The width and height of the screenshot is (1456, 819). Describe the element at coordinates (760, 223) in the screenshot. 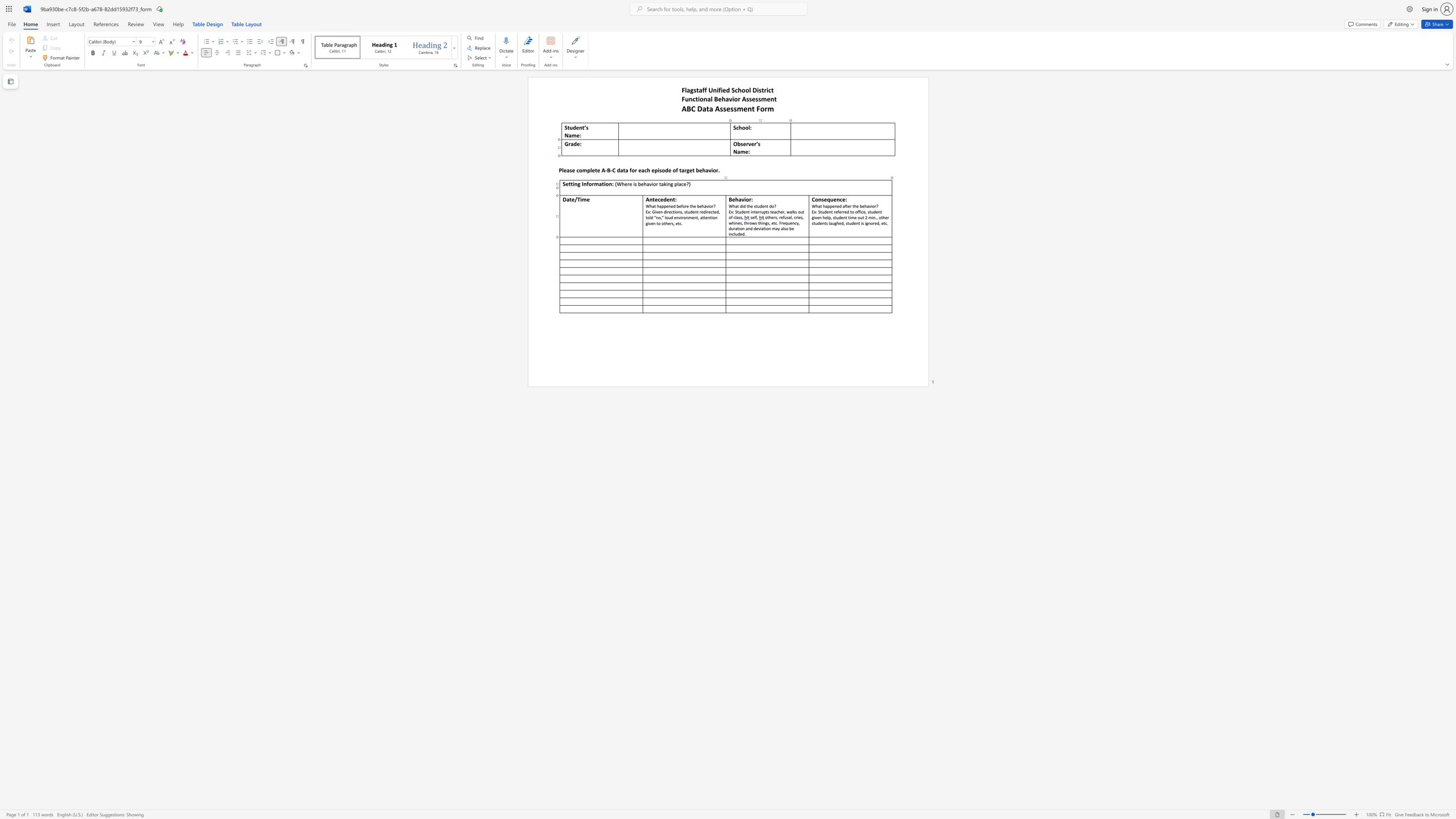

I see `the 2th character "h" in the text` at that location.